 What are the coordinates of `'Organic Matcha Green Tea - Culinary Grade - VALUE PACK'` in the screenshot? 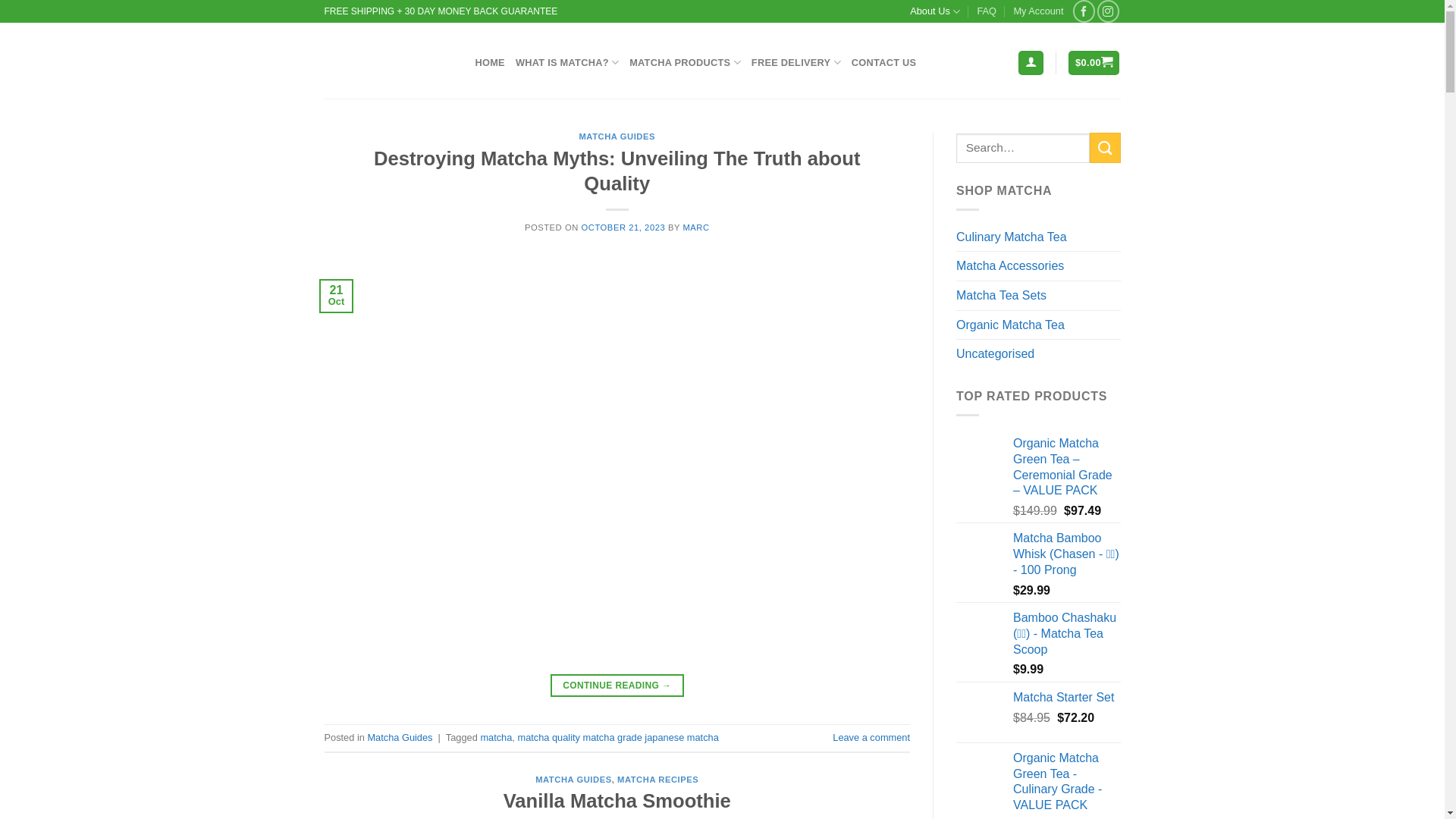 It's located at (1012, 782).